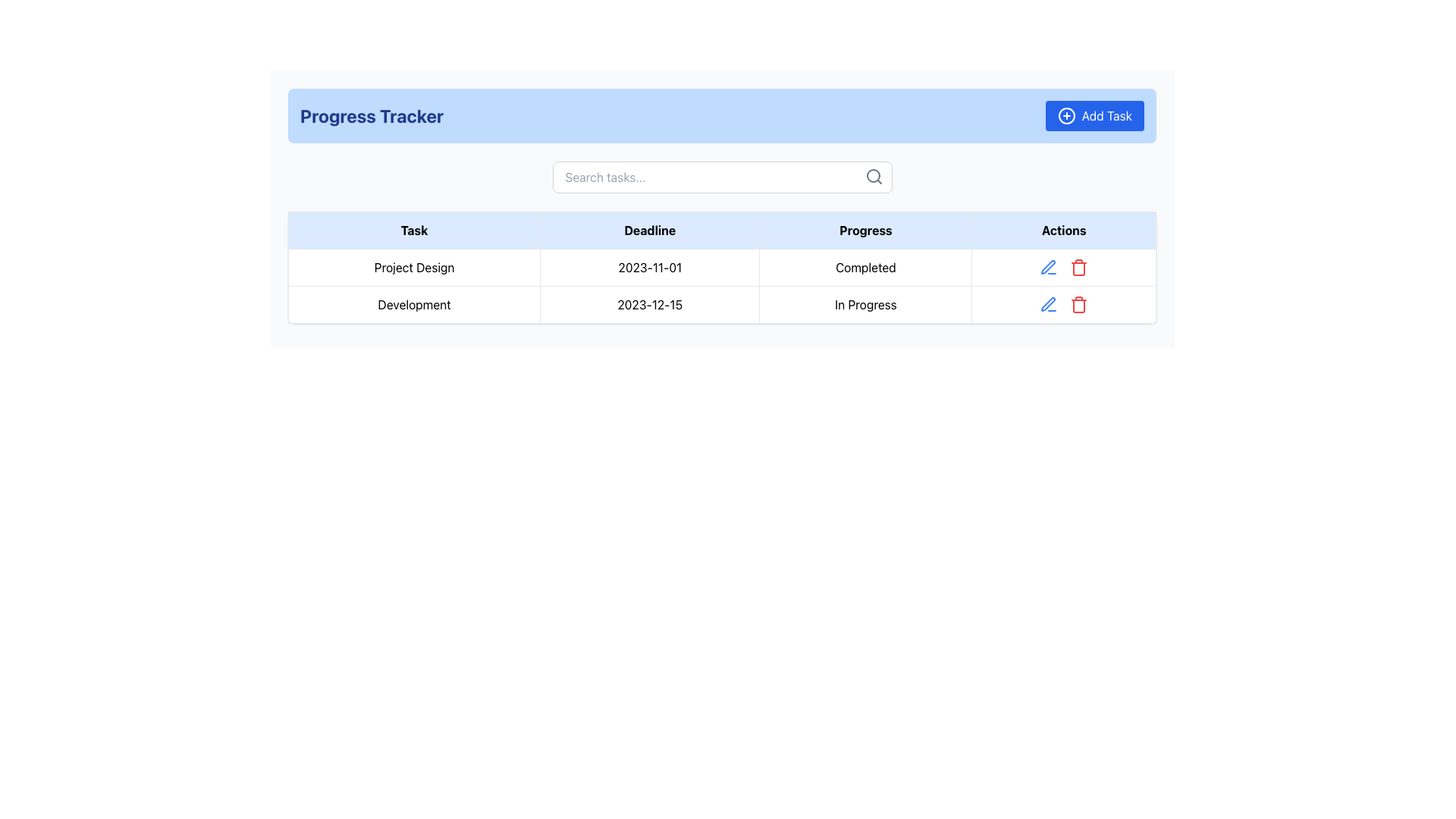 This screenshot has height=819, width=1456. I want to click on on the second row of the table containing the task 'Development' with a deadline of '2023-12-15' and status 'In Progress', so click(721, 304).